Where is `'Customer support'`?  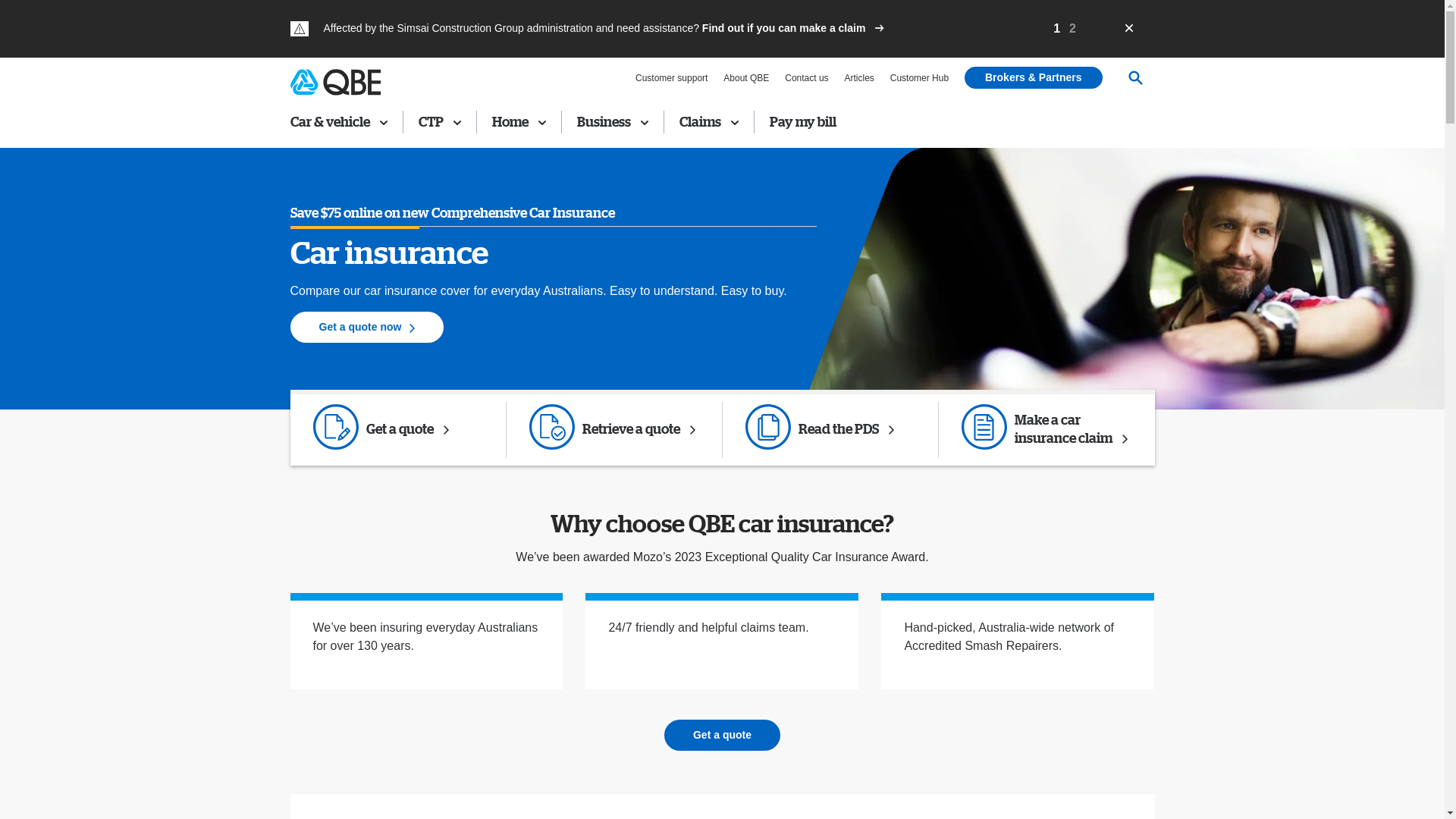 'Customer support' is located at coordinates (635, 78).